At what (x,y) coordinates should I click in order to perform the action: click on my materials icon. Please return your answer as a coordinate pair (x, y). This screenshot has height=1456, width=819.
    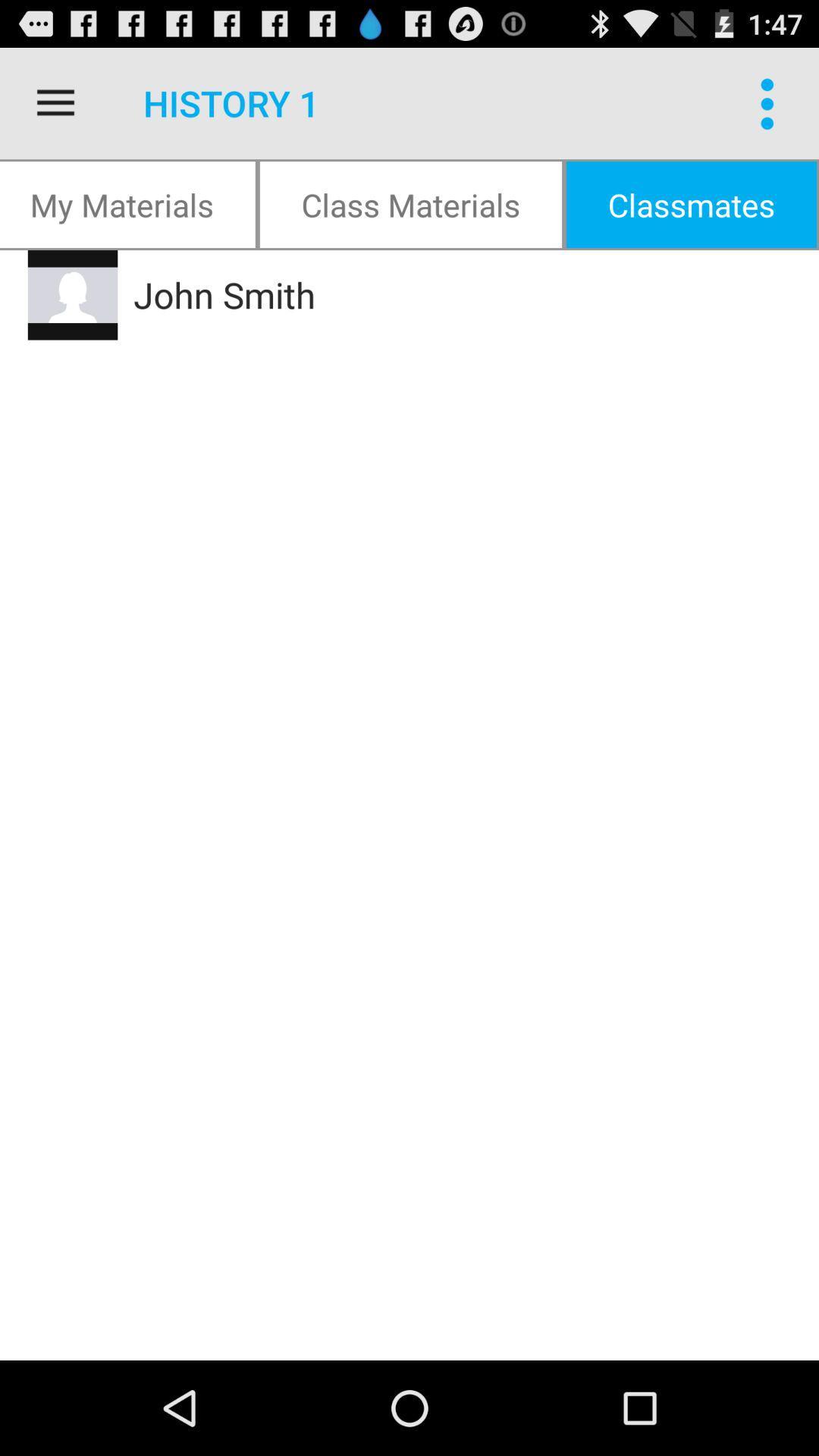
    Looking at the image, I should click on (127, 203).